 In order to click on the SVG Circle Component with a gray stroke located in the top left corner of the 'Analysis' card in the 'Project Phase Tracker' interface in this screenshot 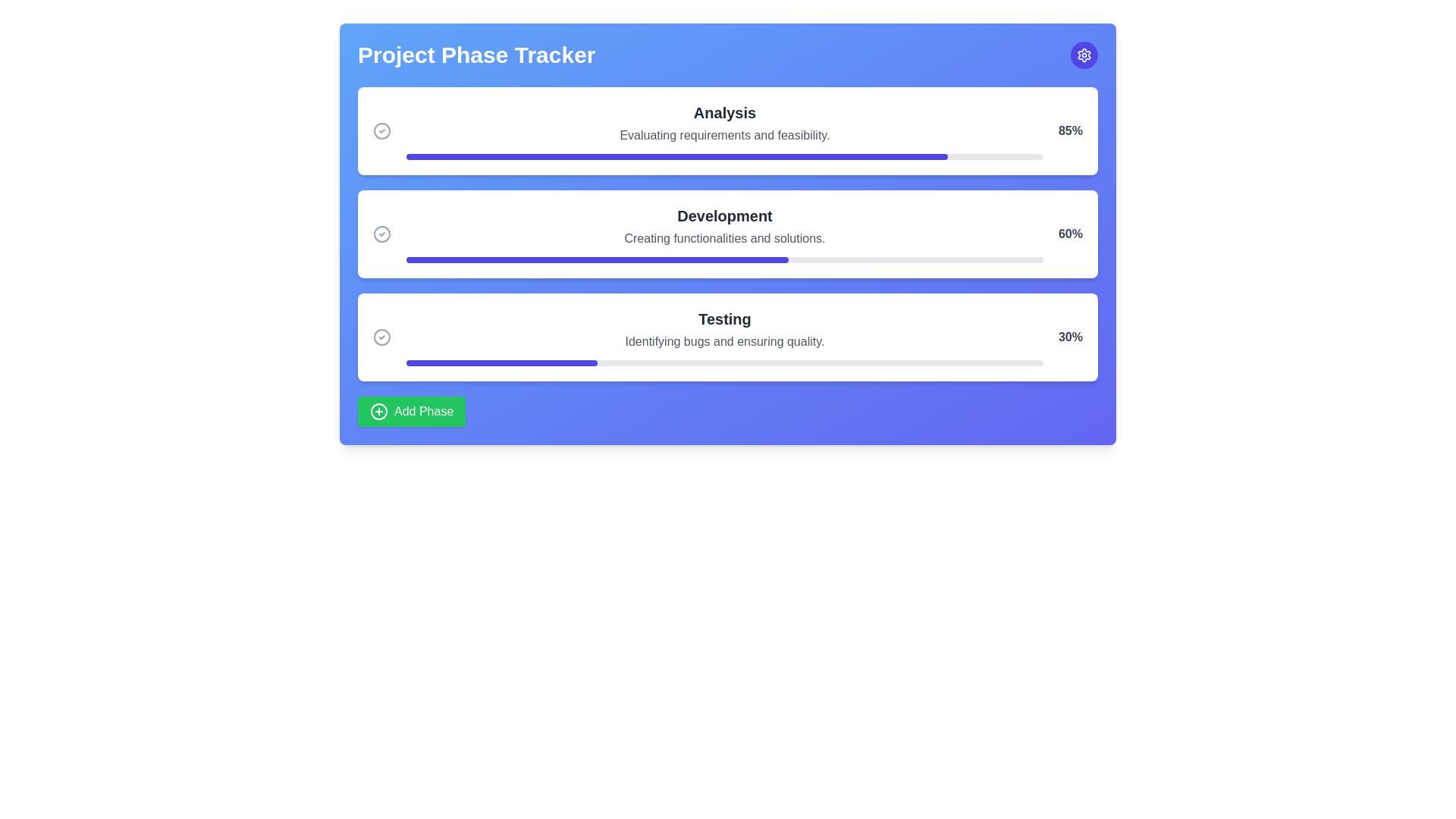, I will do `click(382, 130)`.